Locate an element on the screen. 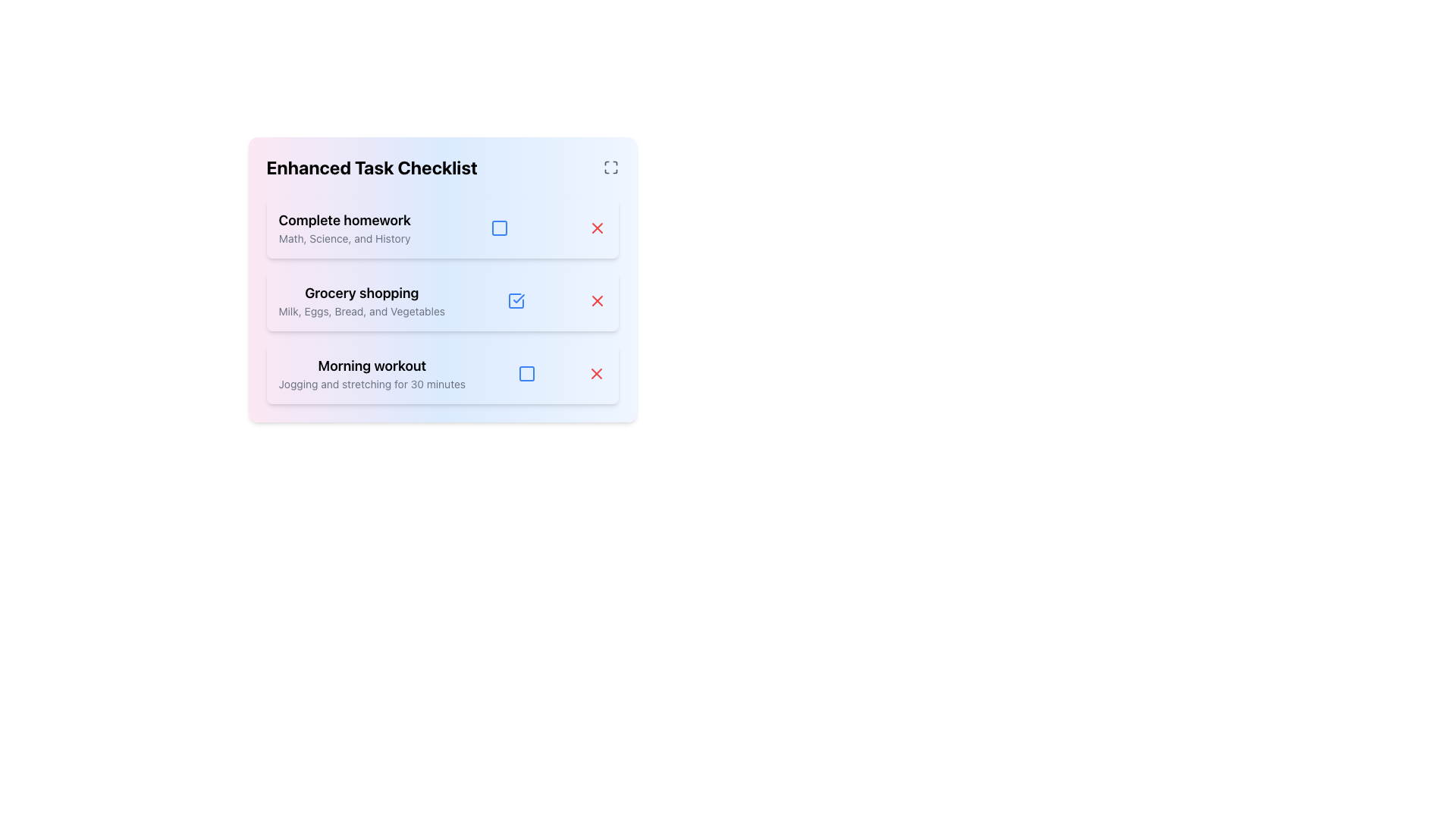 The height and width of the screenshot is (819, 1456). the checkbox located in the second row of the checklist, directly is located at coordinates (516, 301).